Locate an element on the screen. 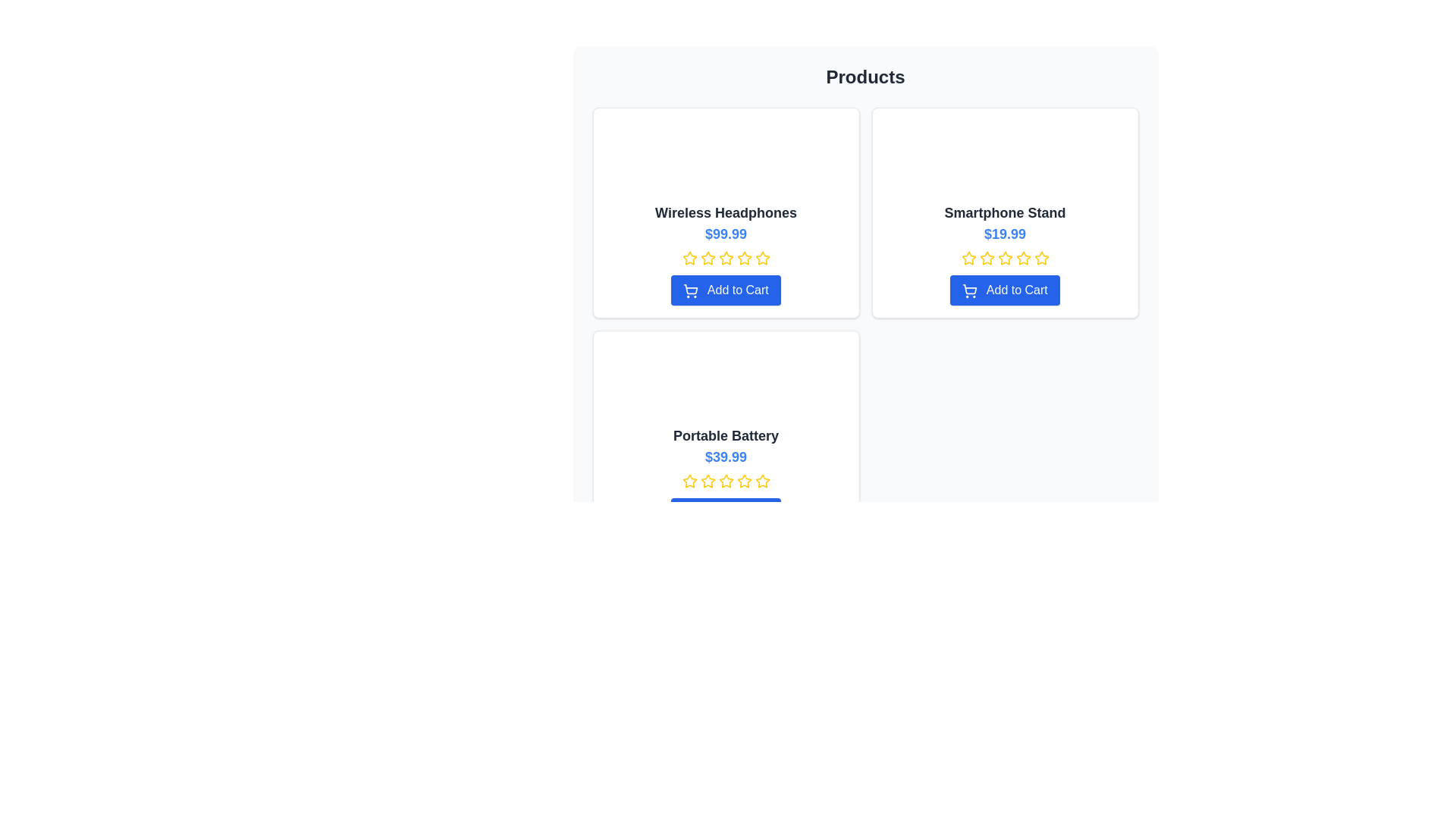  the fifth yellow star icon in the star rating system beneath the 'Wireless Headphones - $99.99' product listing to set the rating is located at coordinates (725, 257).